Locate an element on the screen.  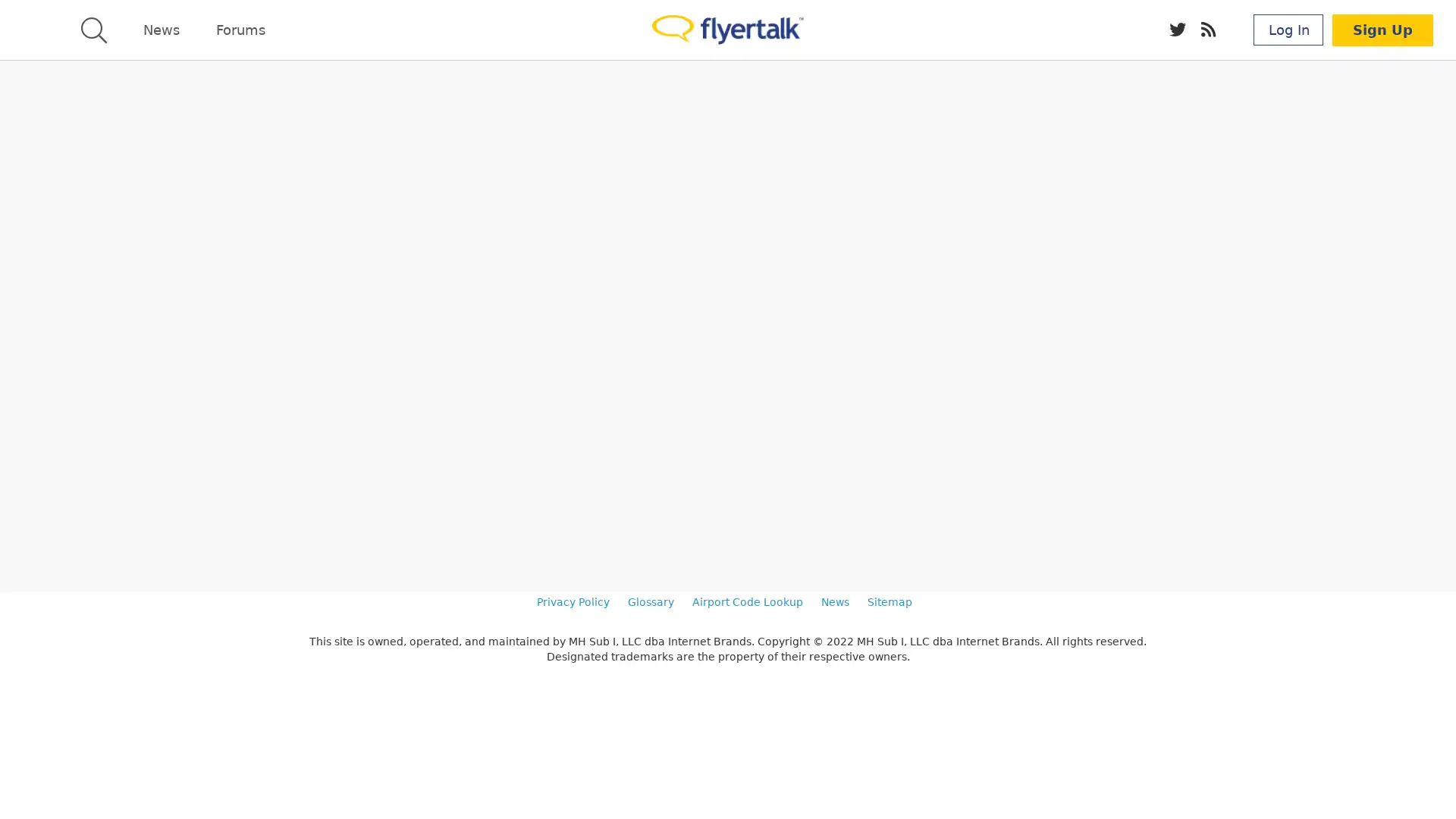
More Information is located at coordinates (854, 787).